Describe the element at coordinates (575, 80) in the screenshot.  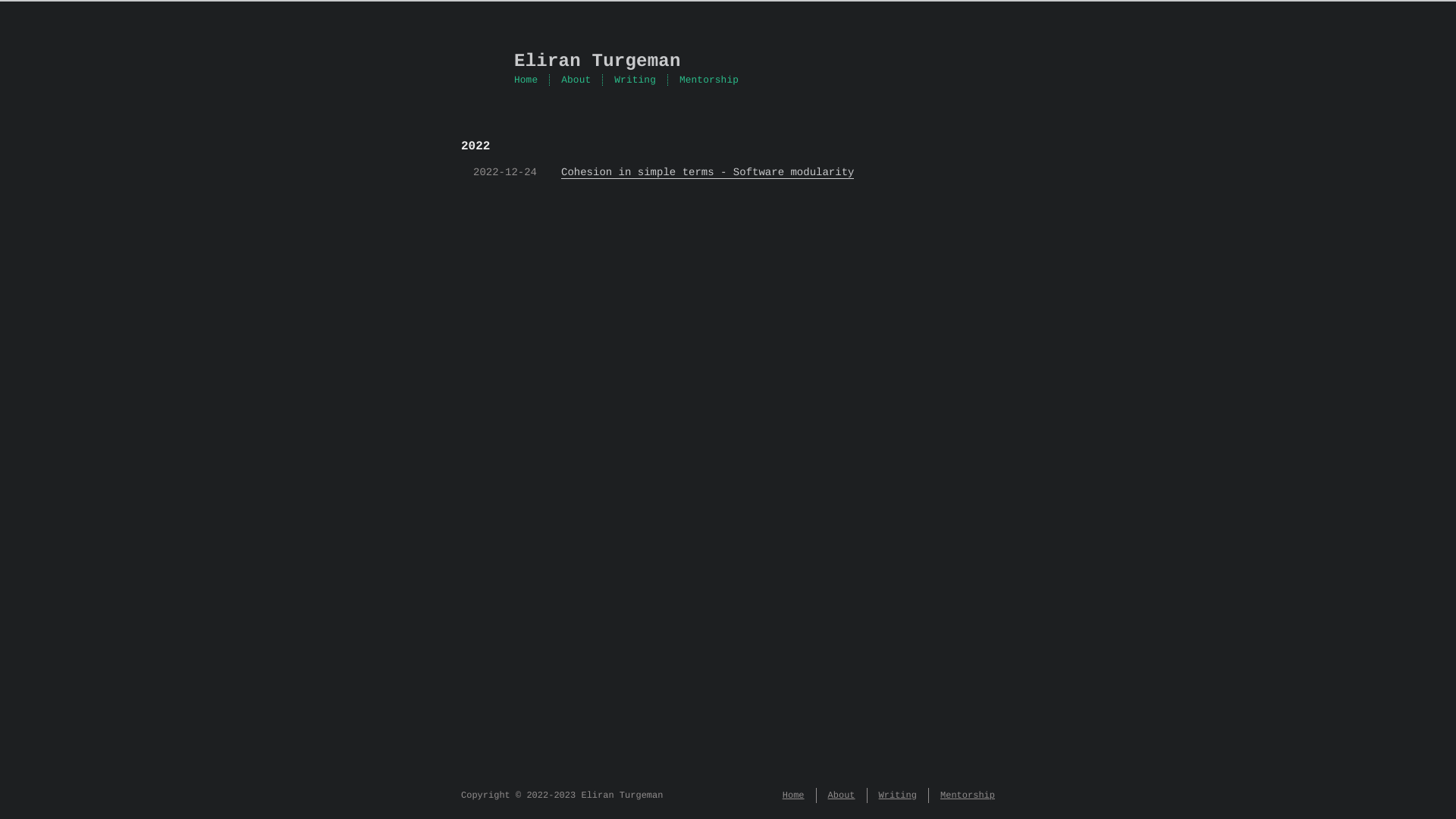
I see `'About'` at that location.